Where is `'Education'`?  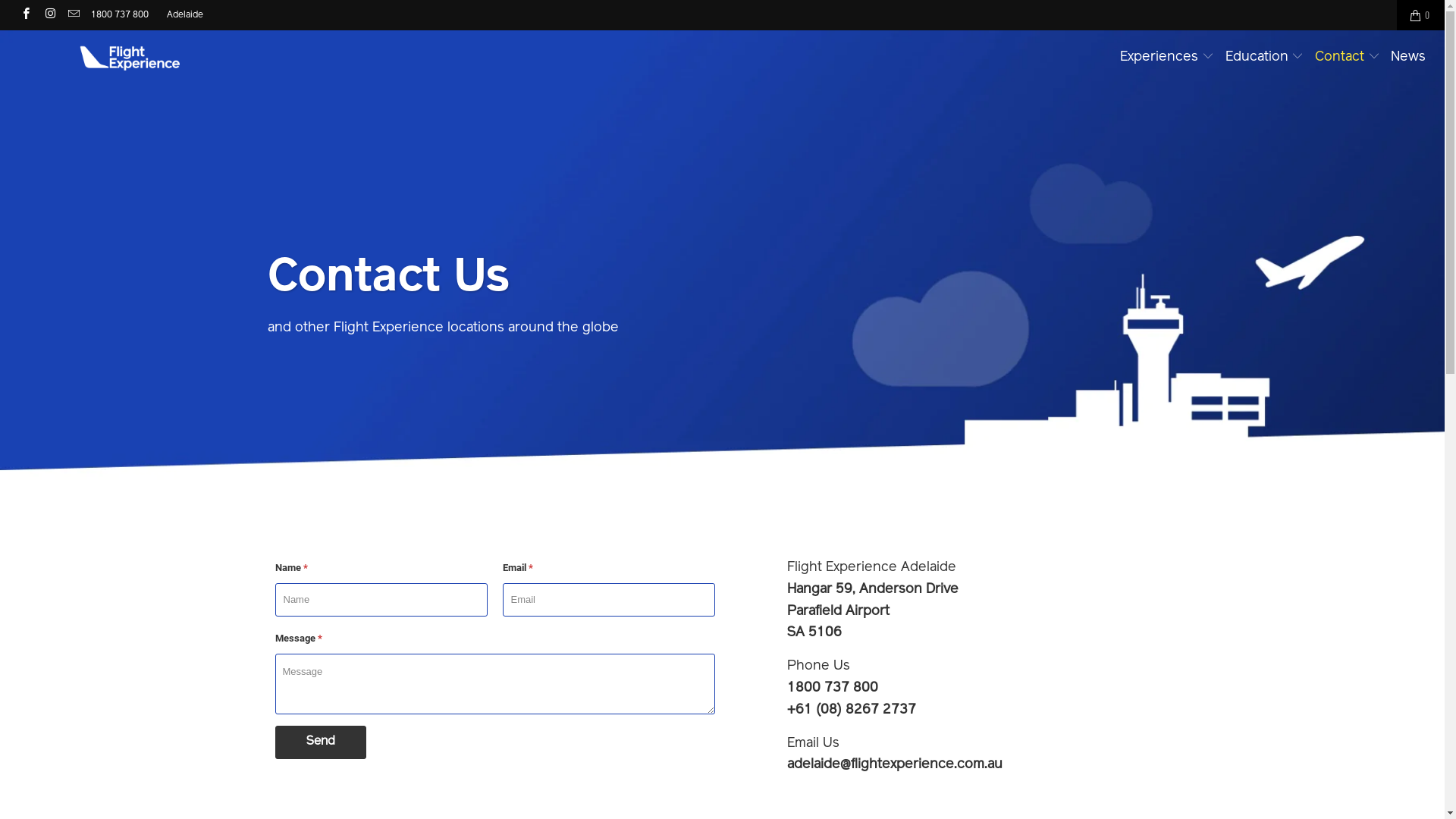 'Education' is located at coordinates (1265, 57).